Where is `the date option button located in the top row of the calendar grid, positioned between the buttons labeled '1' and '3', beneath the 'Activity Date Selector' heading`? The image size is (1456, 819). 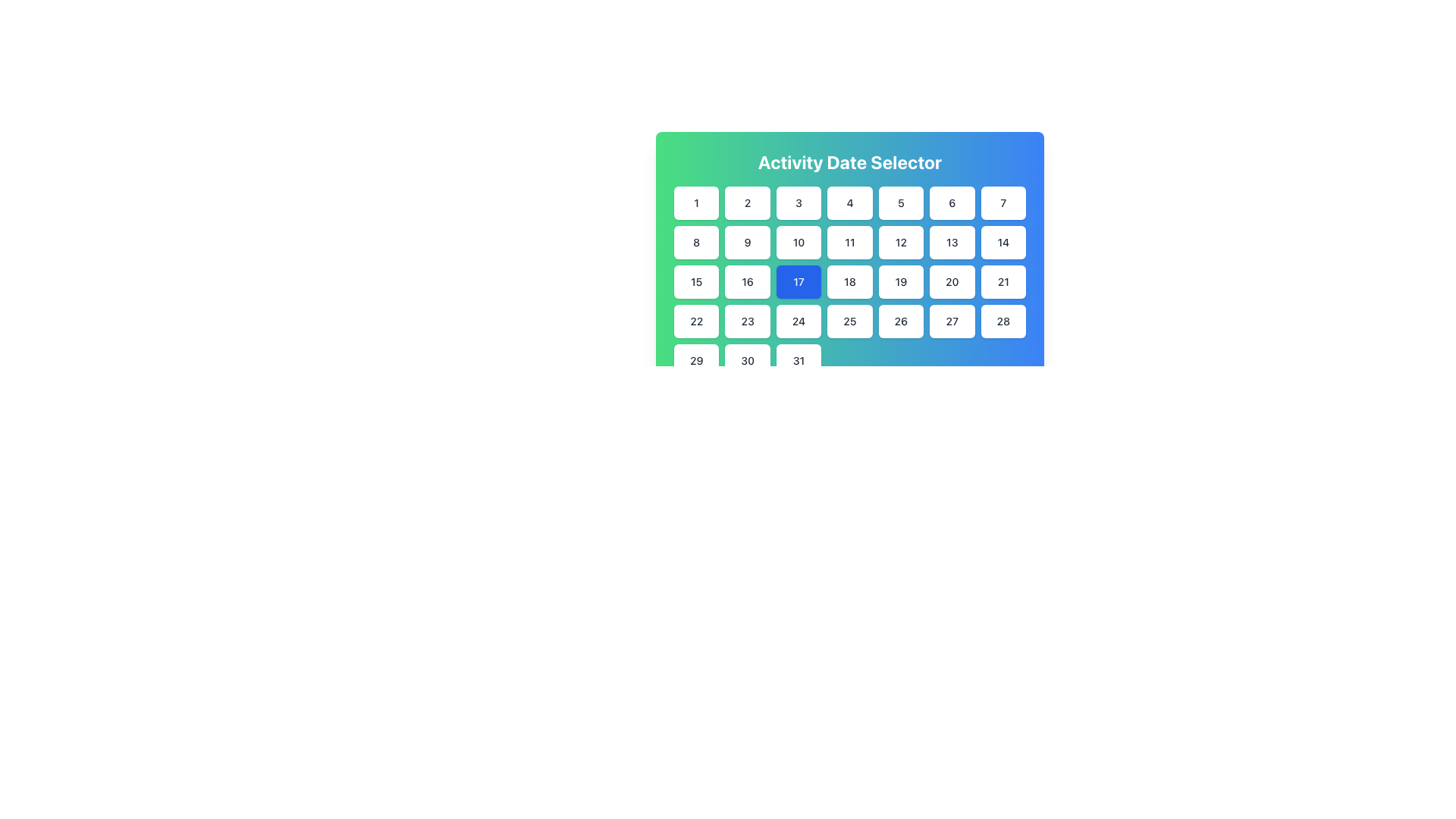 the date option button located in the top row of the calendar grid, positioned between the buttons labeled '1' and '3', beneath the 'Activity Date Selector' heading is located at coordinates (748, 202).